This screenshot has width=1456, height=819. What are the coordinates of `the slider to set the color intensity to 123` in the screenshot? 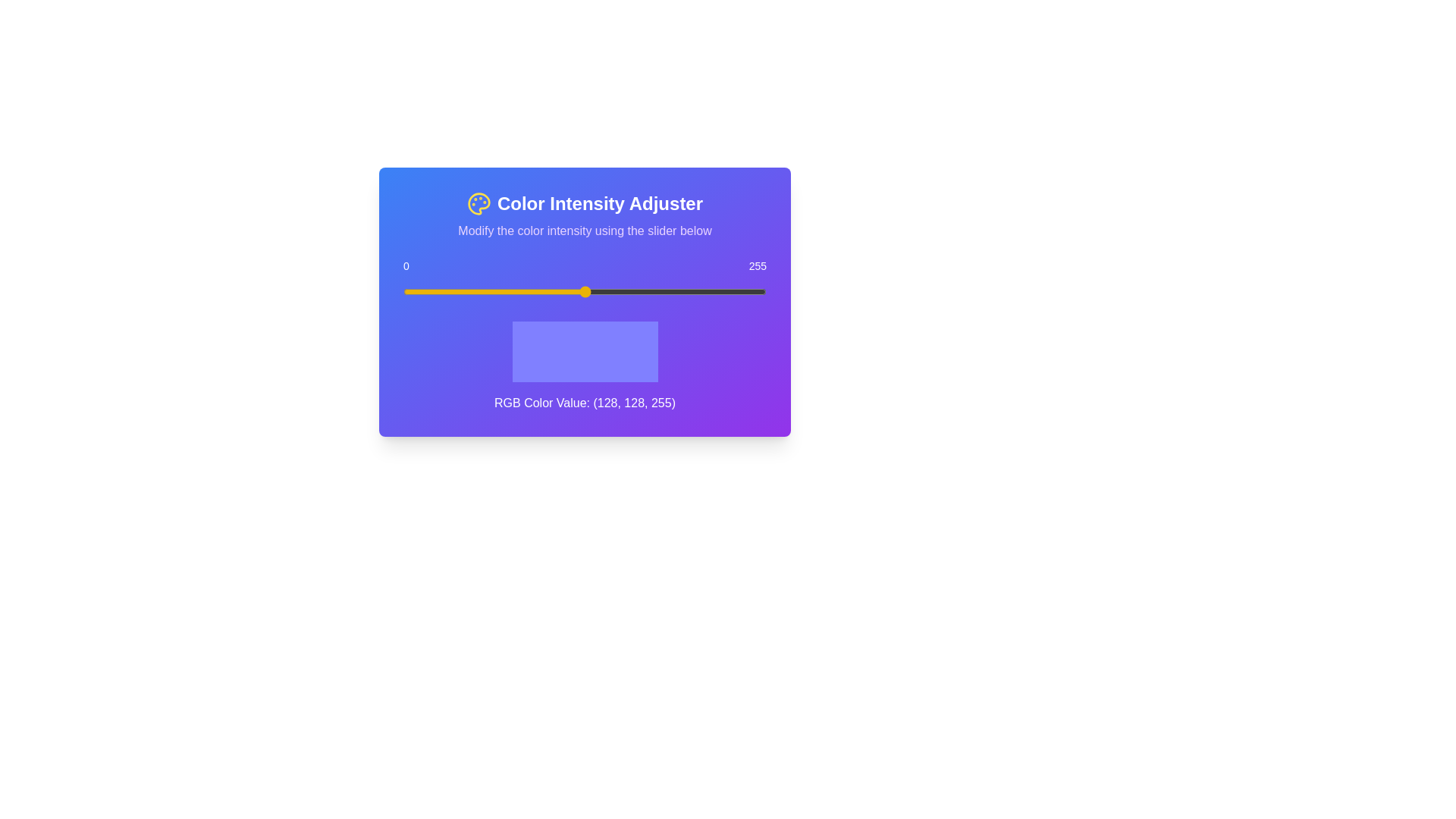 It's located at (578, 292).